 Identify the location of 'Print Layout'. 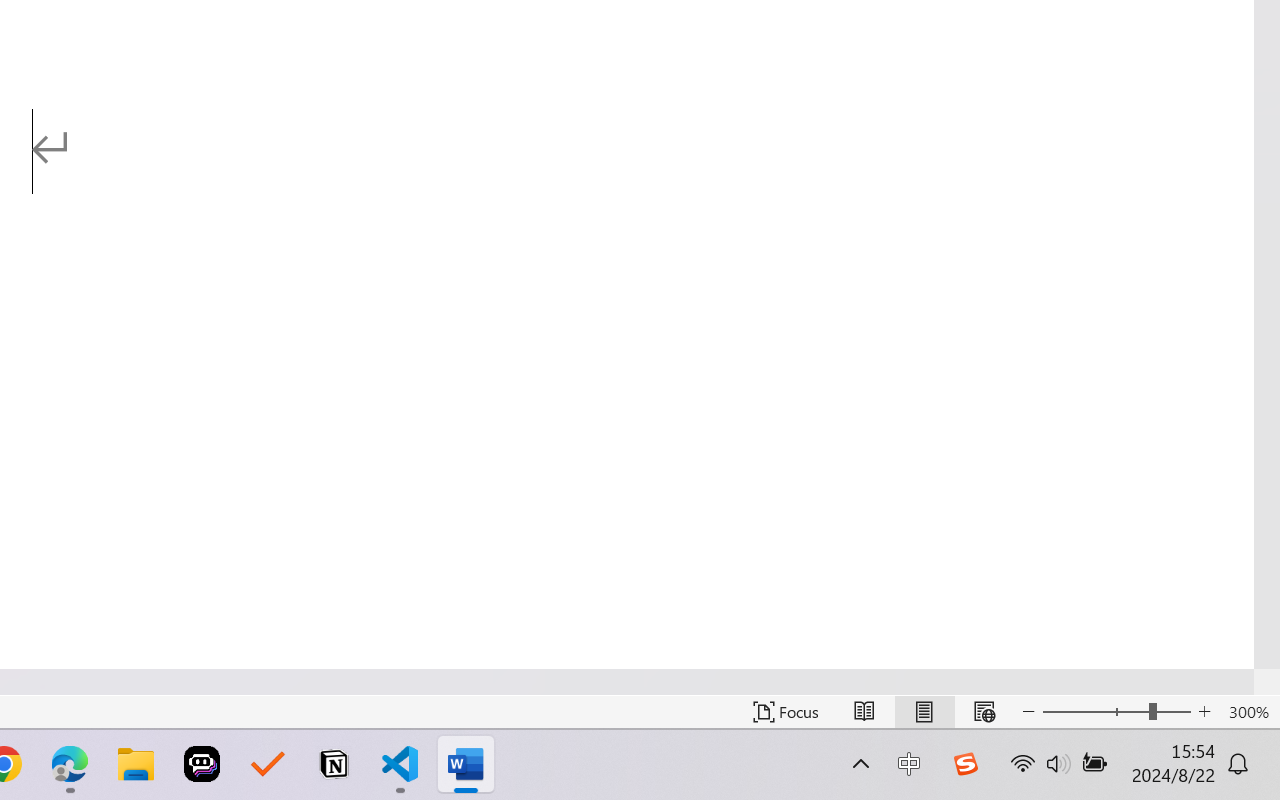
(923, 711).